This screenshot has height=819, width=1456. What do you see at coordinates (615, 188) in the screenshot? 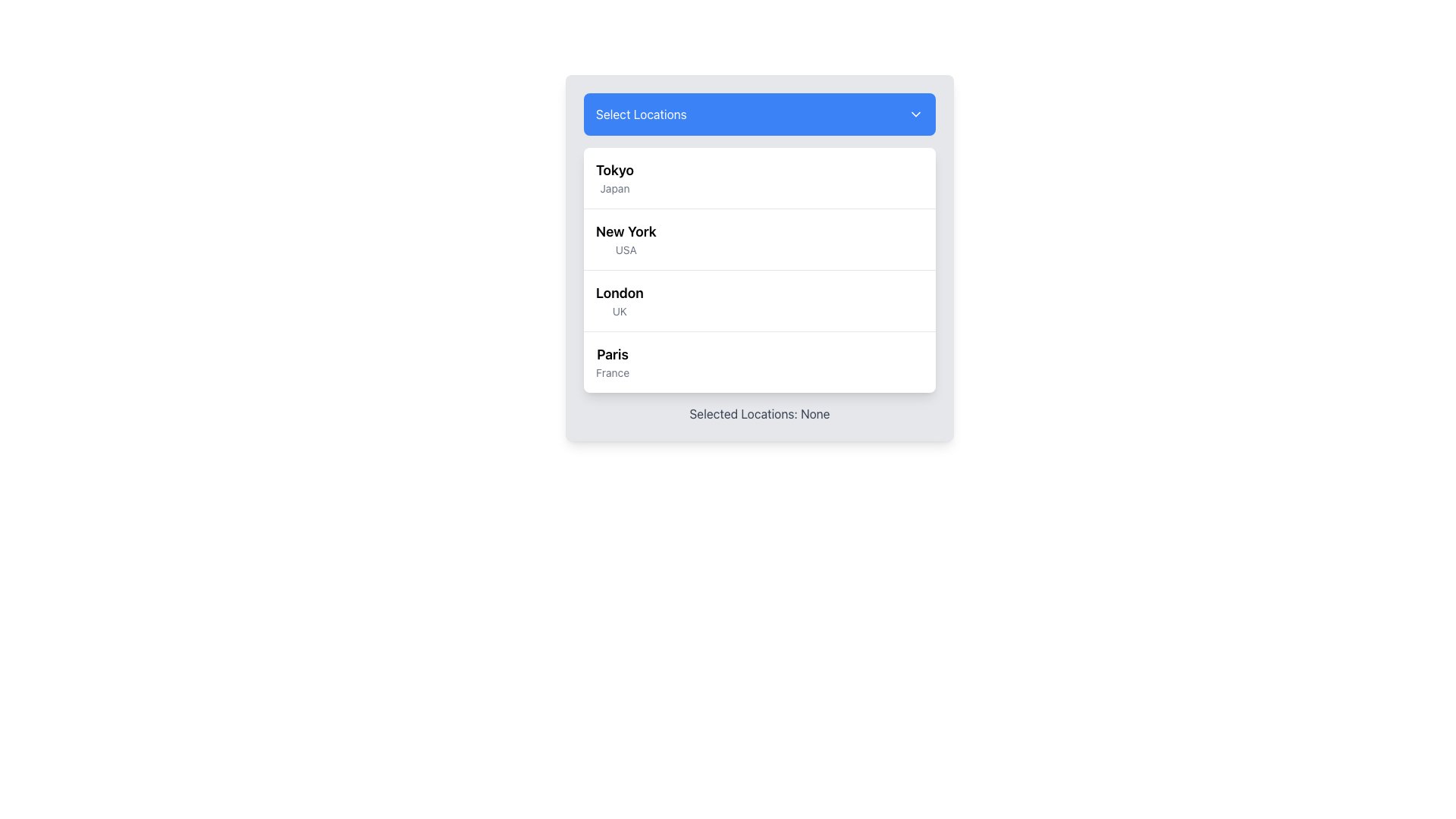
I see `the label element containing the text 'Japan', which is styled as a smaller and lighter subtext directly below 'Tokyo' in the dropdown list under 'Select Locations'` at bounding box center [615, 188].